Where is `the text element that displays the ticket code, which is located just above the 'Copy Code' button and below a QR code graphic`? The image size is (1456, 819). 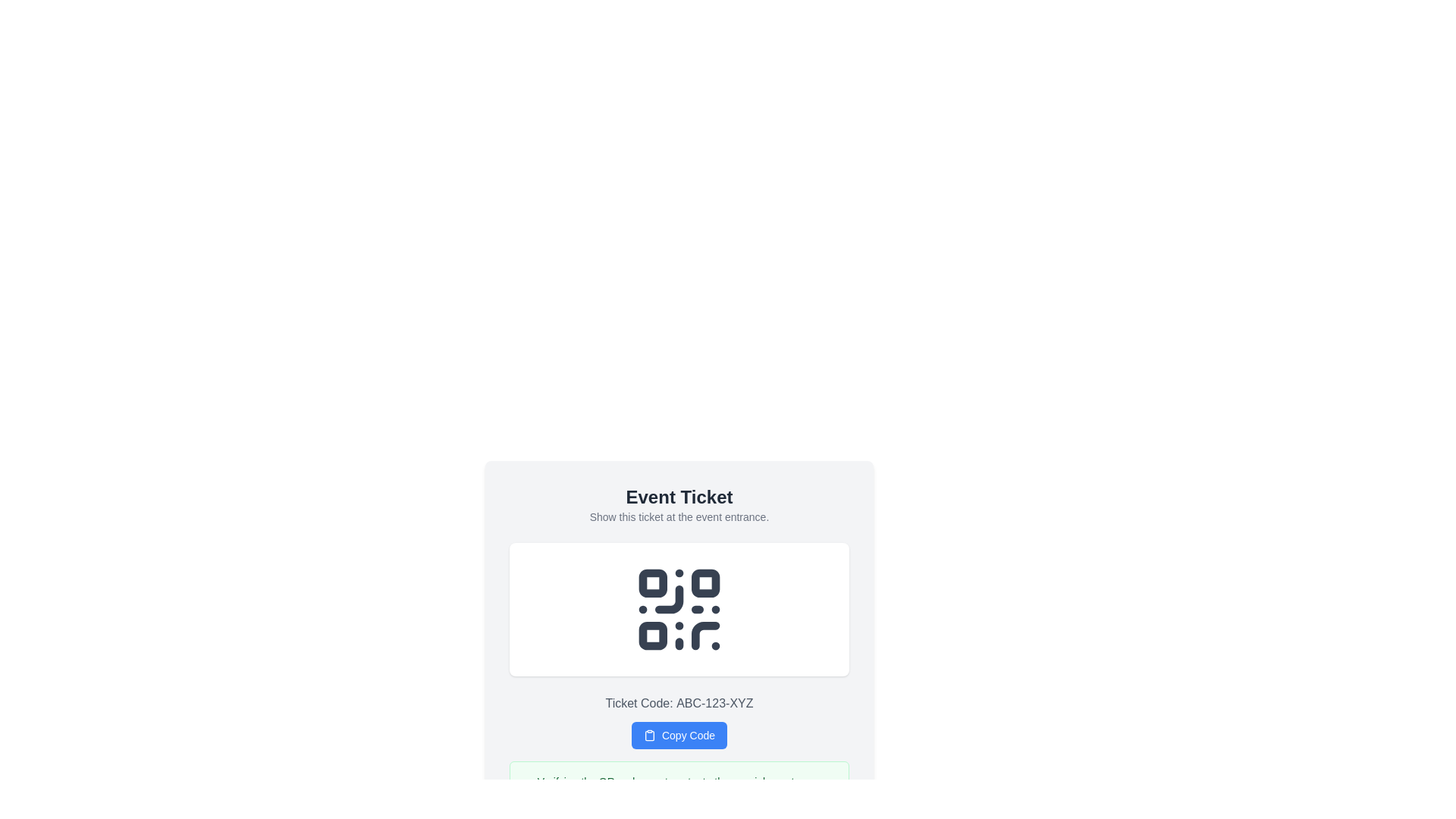 the text element that displays the ticket code, which is located just above the 'Copy Code' button and below a QR code graphic is located at coordinates (679, 704).